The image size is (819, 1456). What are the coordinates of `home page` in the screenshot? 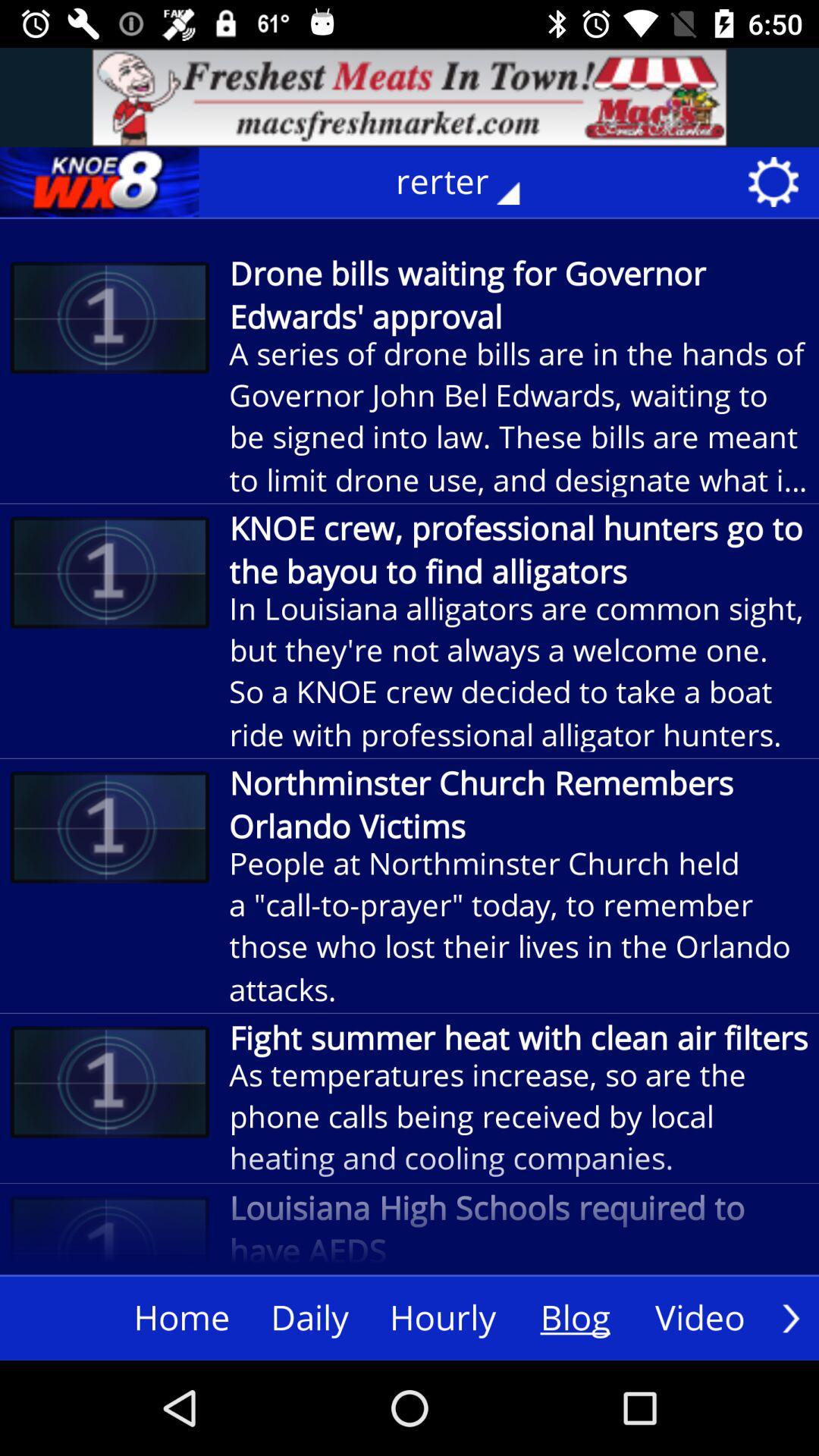 It's located at (99, 182).